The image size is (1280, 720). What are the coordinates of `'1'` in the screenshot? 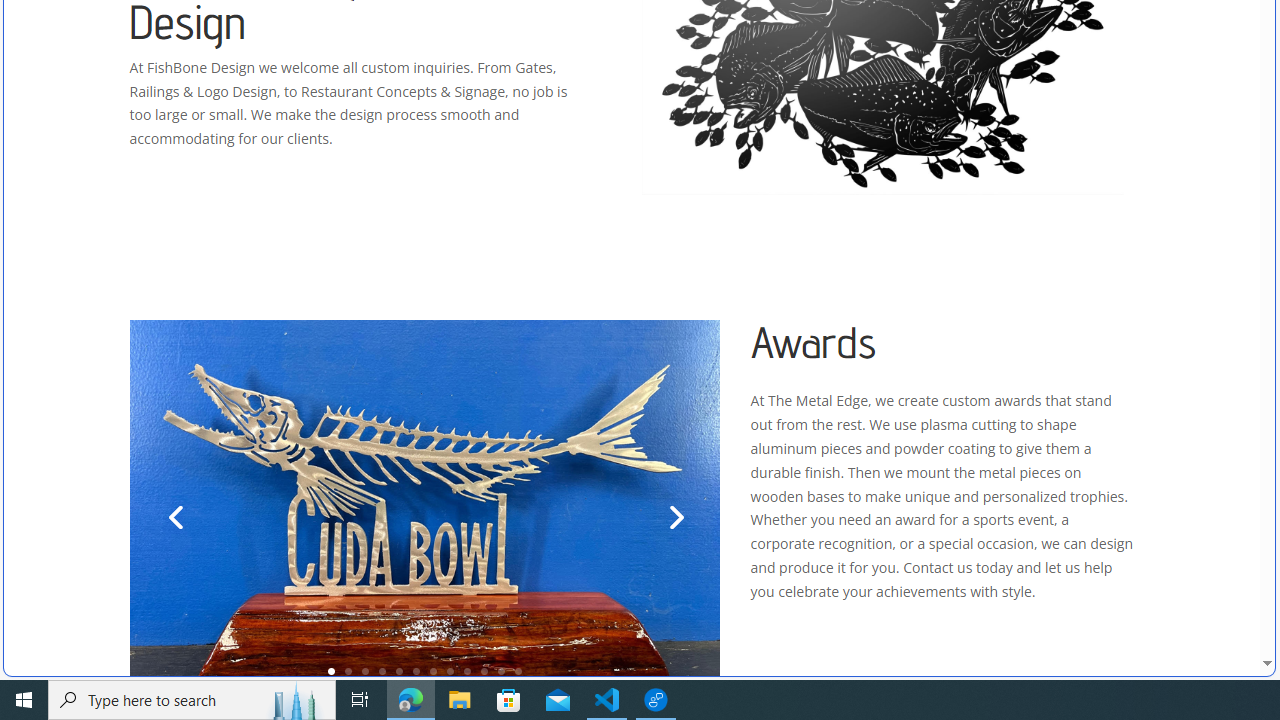 It's located at (331, 671).